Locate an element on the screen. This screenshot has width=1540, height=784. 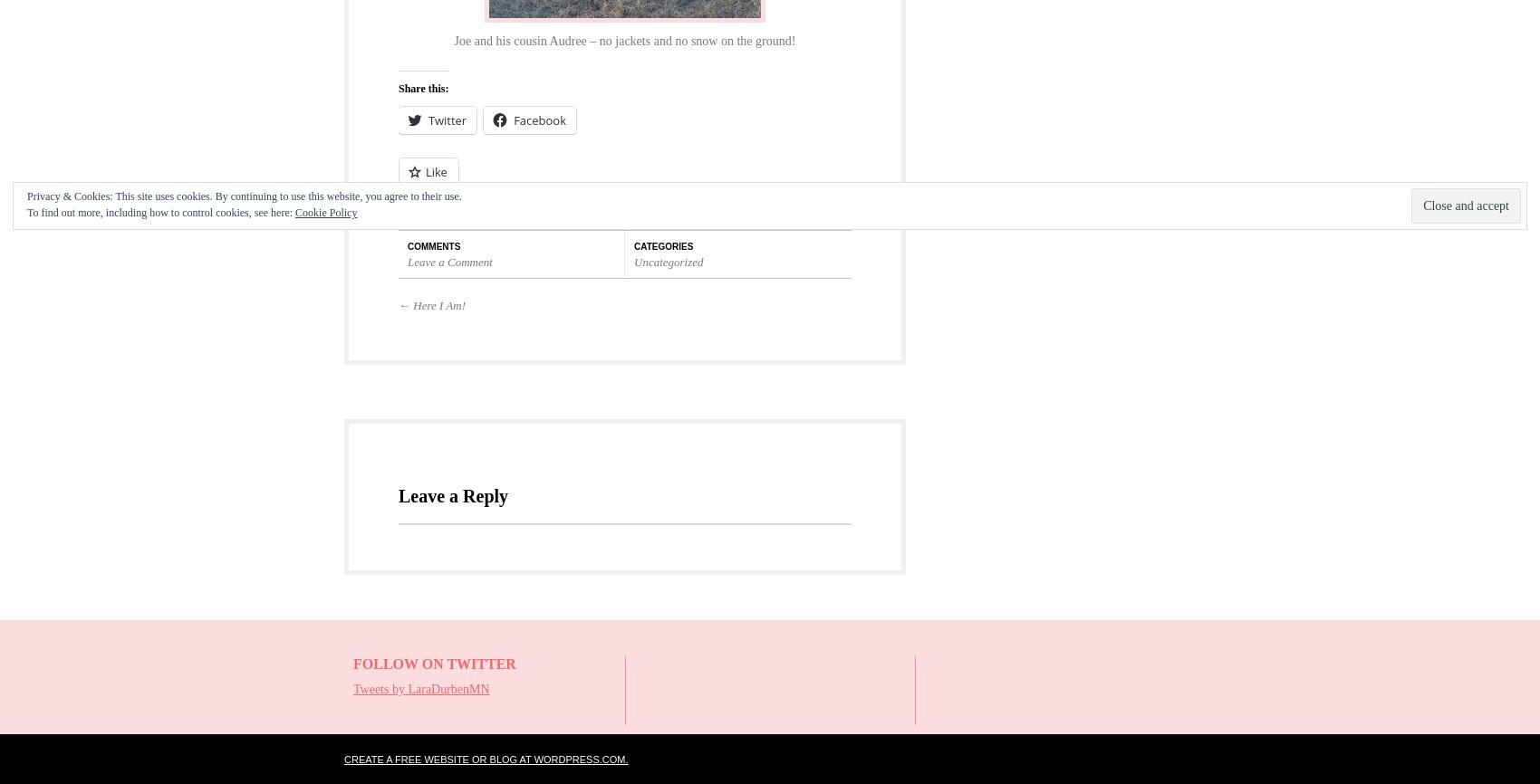
'Share this:' is located at coordinates (423, 89).